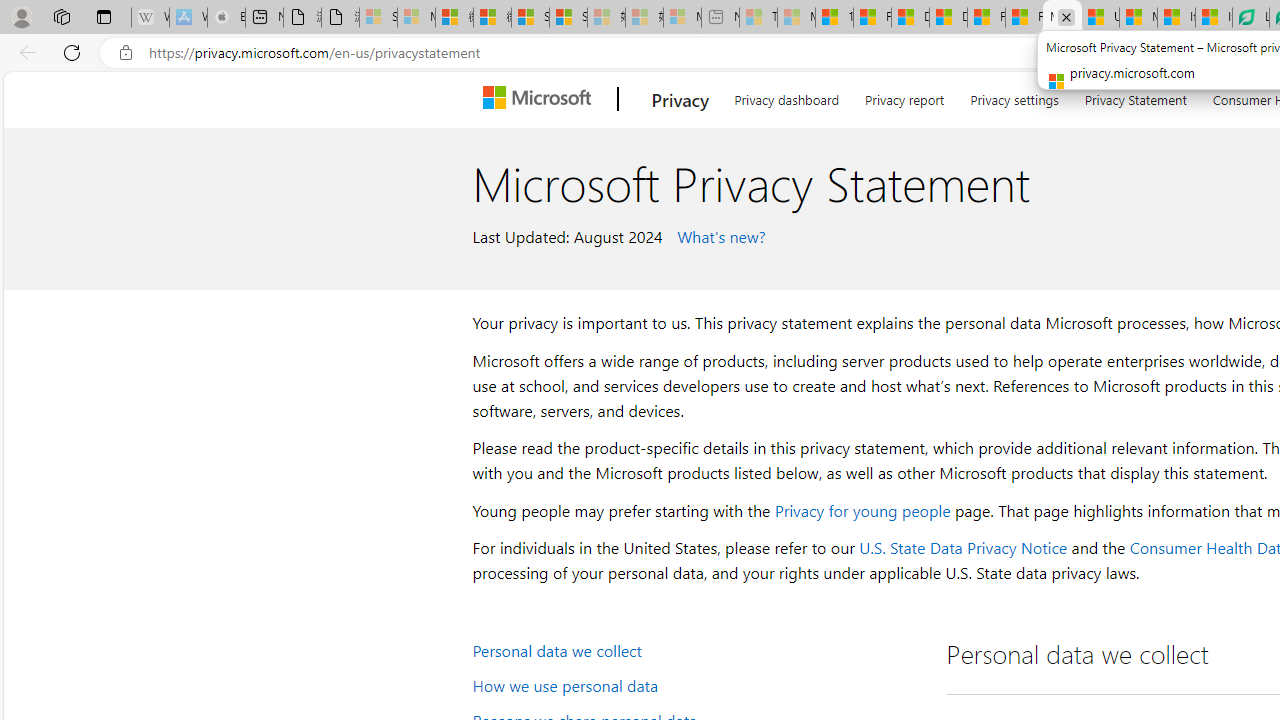 This screenshot has width=1280, height=720. I want to click on 'Microsoft Services Agreement - Sleeping', so click(415, 17).